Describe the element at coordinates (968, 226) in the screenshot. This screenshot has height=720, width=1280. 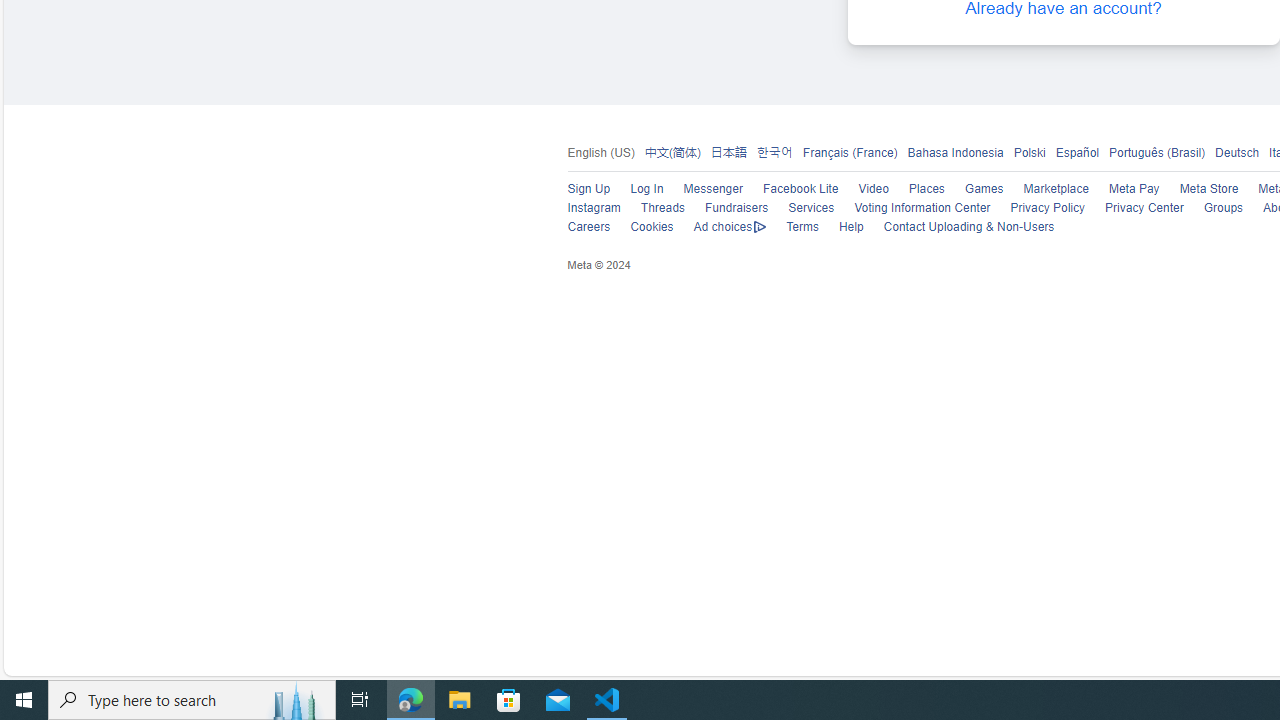
I see `'Contact Uploading & Non-Users'` at that location.